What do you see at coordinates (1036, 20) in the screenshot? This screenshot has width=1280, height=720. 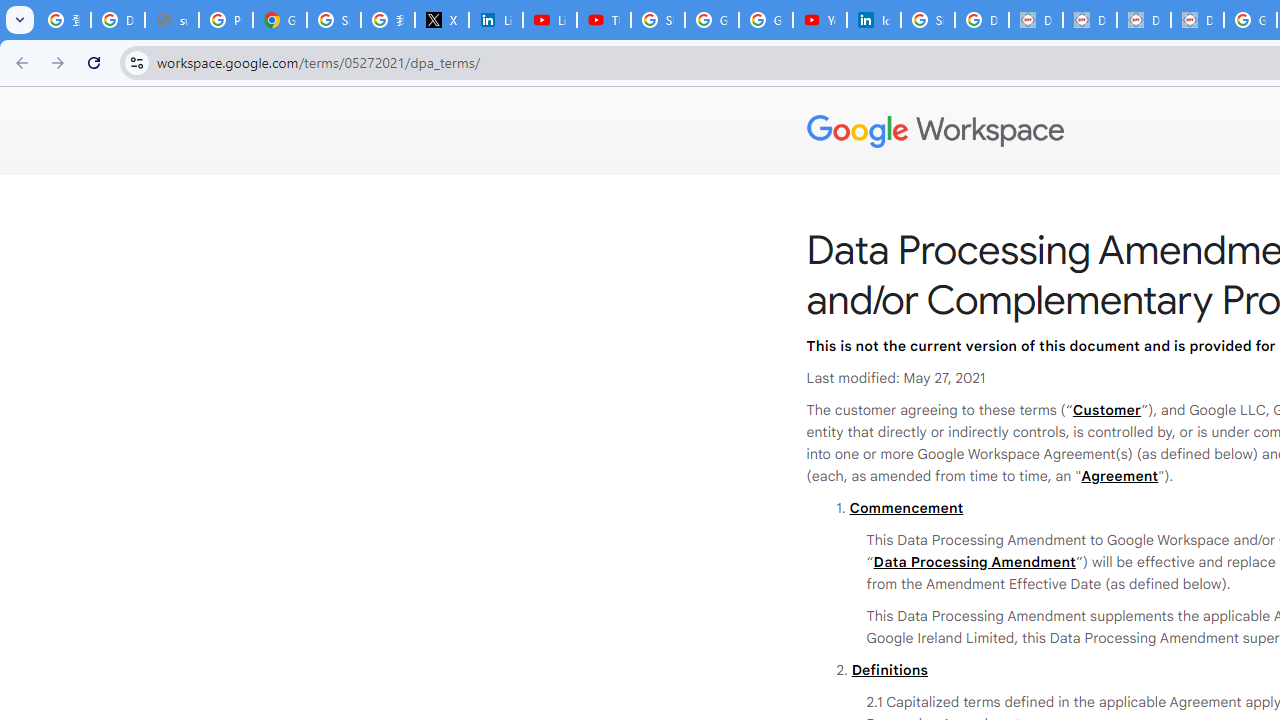 I see `'Data Privacy Framework'` at bounding box center [1036, 20].